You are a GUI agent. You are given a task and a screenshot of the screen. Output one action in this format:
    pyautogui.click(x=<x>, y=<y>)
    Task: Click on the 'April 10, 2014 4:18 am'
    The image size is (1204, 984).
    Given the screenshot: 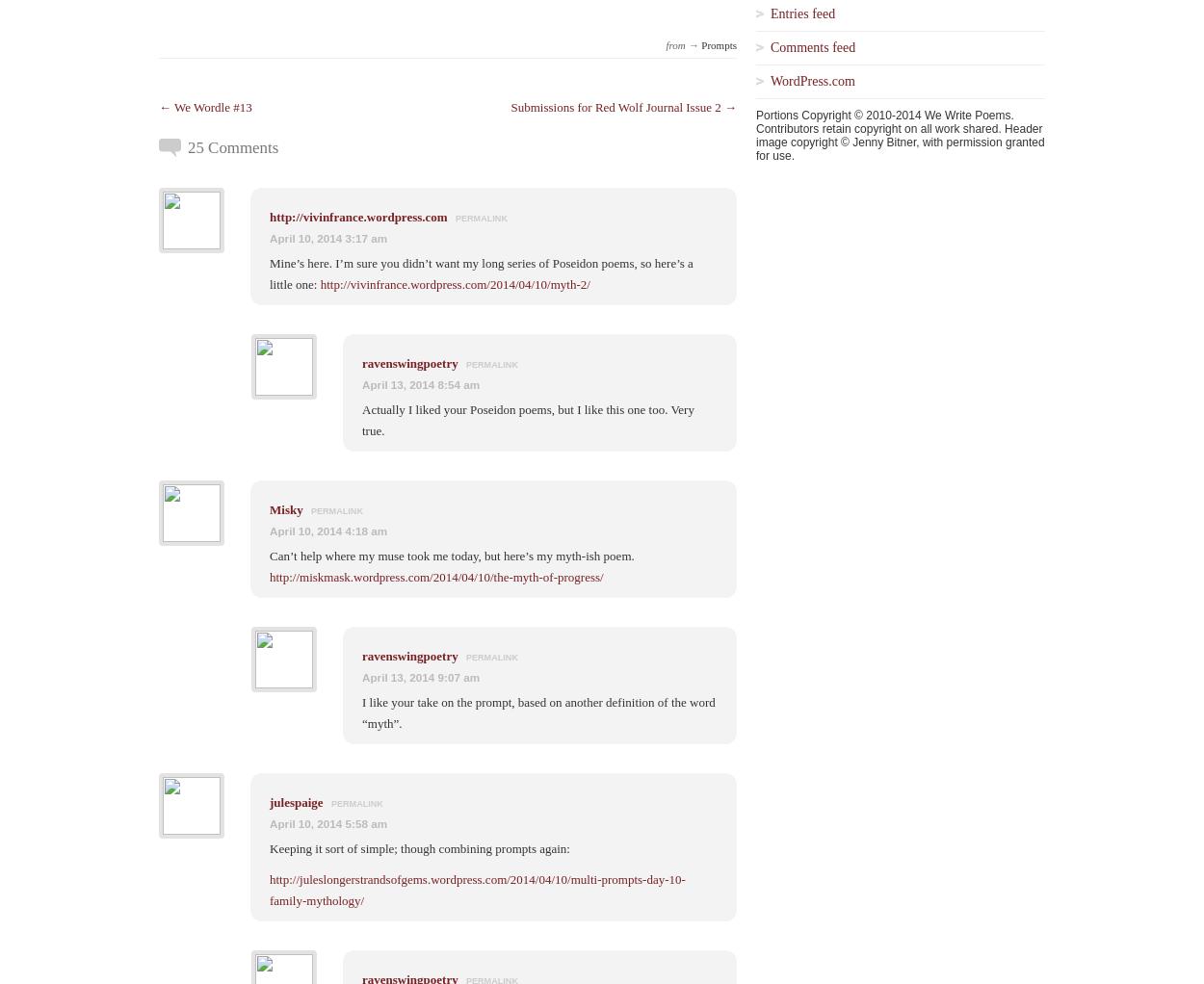 What is the action you would take?
    pyautogui.click(x=327, y=530)
    